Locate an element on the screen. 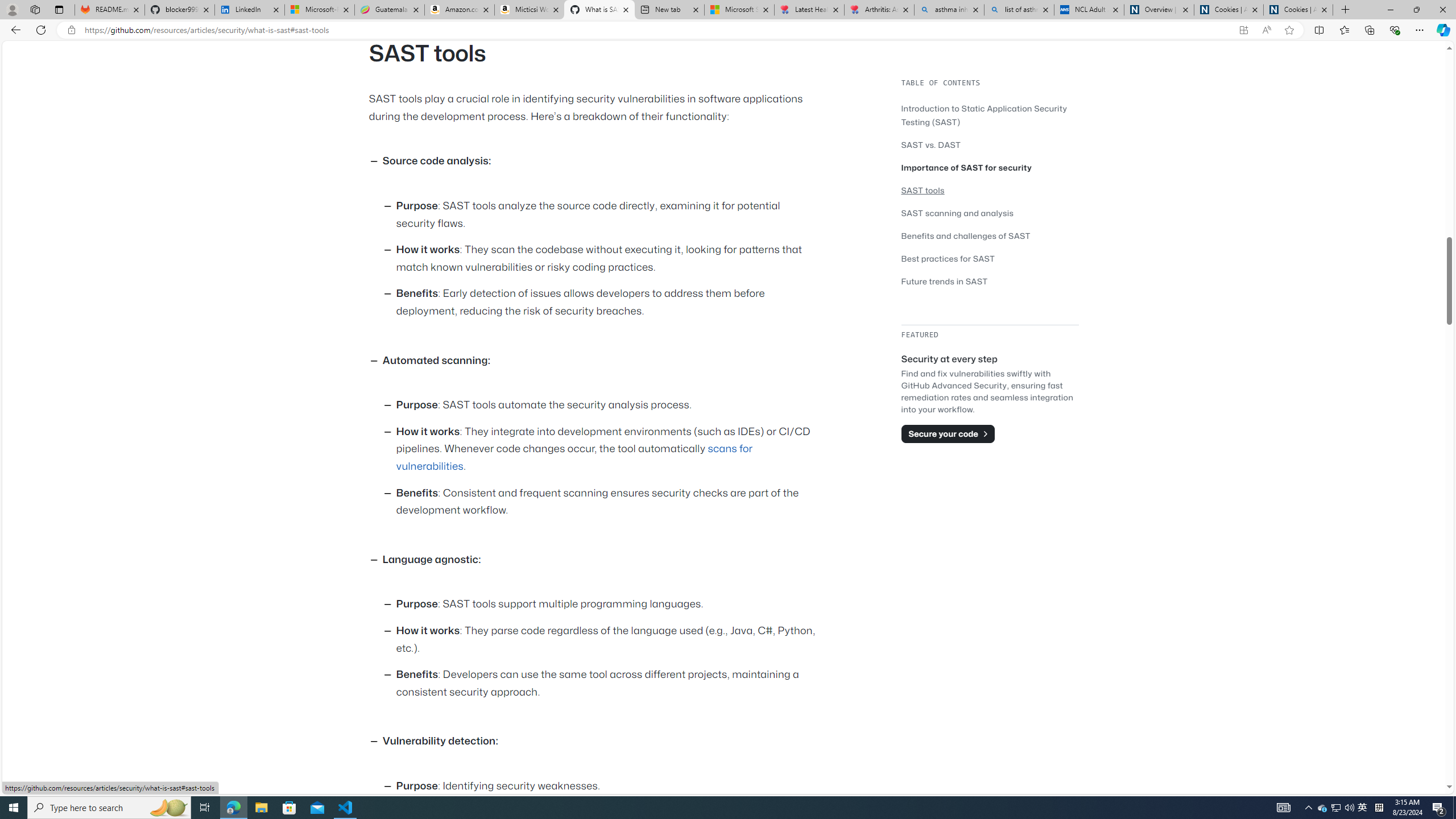 The height and width of the screenshot is (819, 1456). 'Best practices for SAST' is located at coordinates (948, 259).